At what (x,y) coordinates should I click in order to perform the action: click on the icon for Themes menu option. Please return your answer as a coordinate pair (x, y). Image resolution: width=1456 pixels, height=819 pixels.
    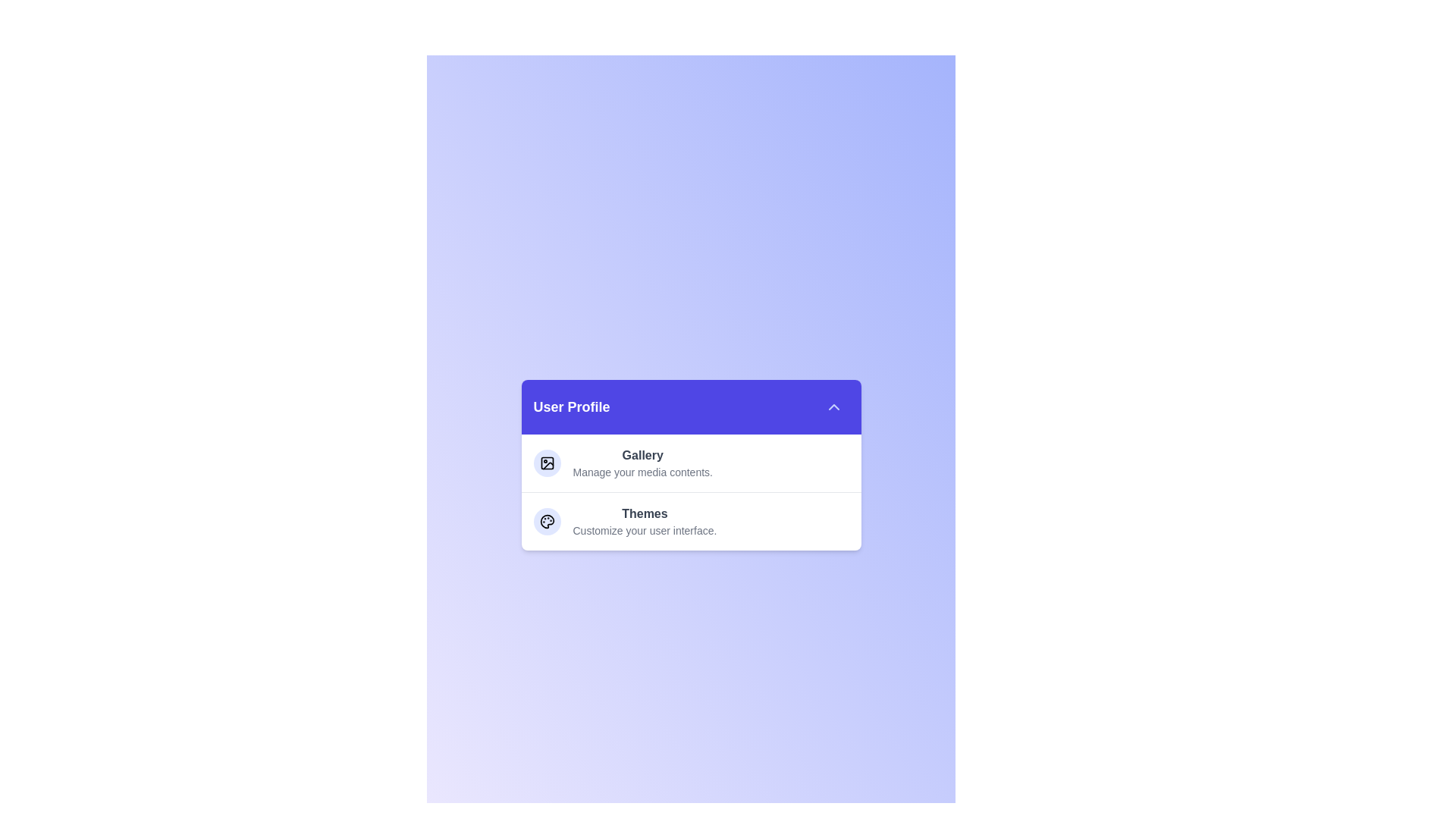
    Looking at the image, I should click on (546, 520).